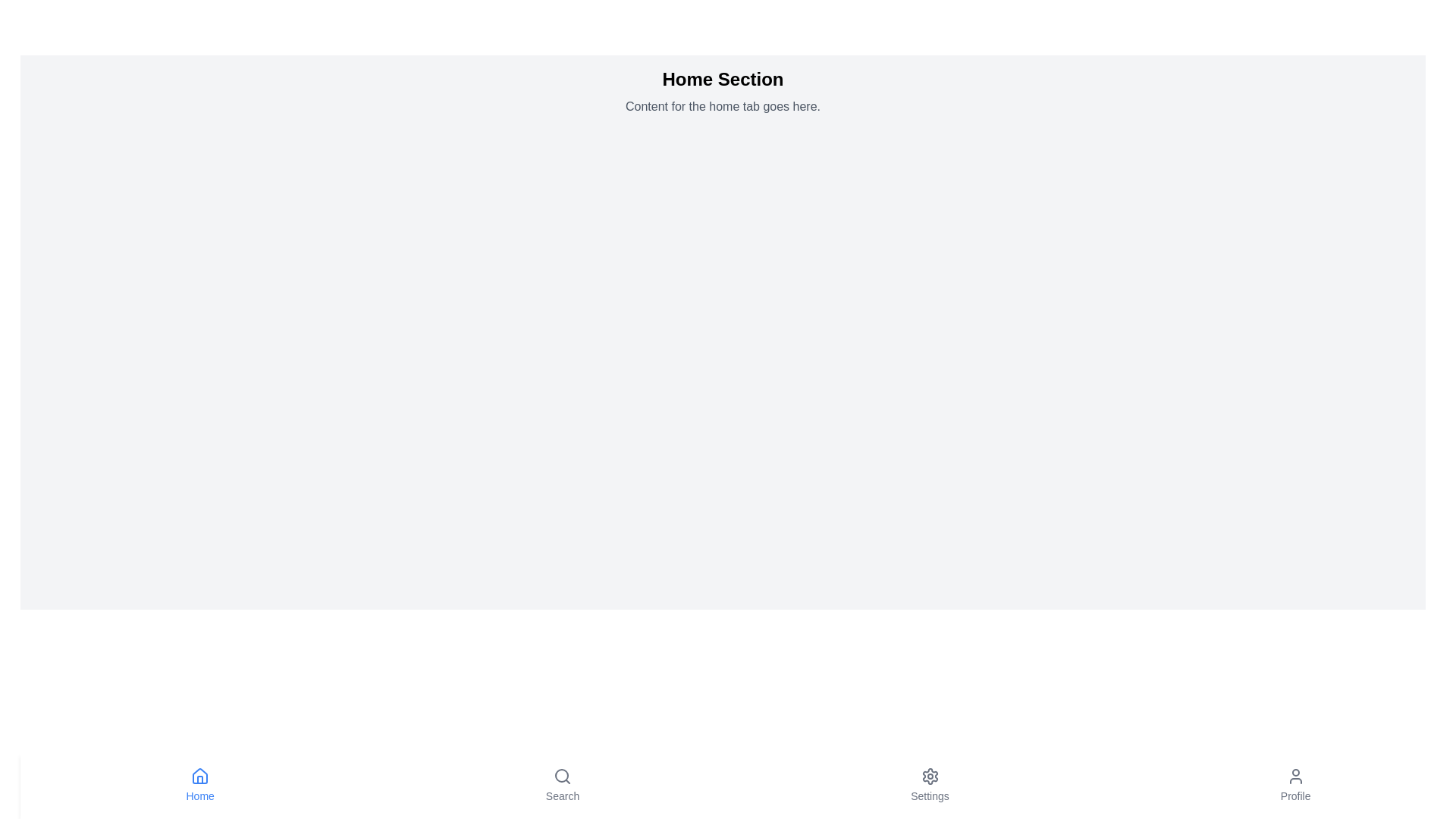  Describe the element at coordinates (722, 106) in the screenshot. I see `the text element that serves as a brief description or content placeholder related to the 'Home Section', positioned immediately below the bold title at the top of the interface` at that location.